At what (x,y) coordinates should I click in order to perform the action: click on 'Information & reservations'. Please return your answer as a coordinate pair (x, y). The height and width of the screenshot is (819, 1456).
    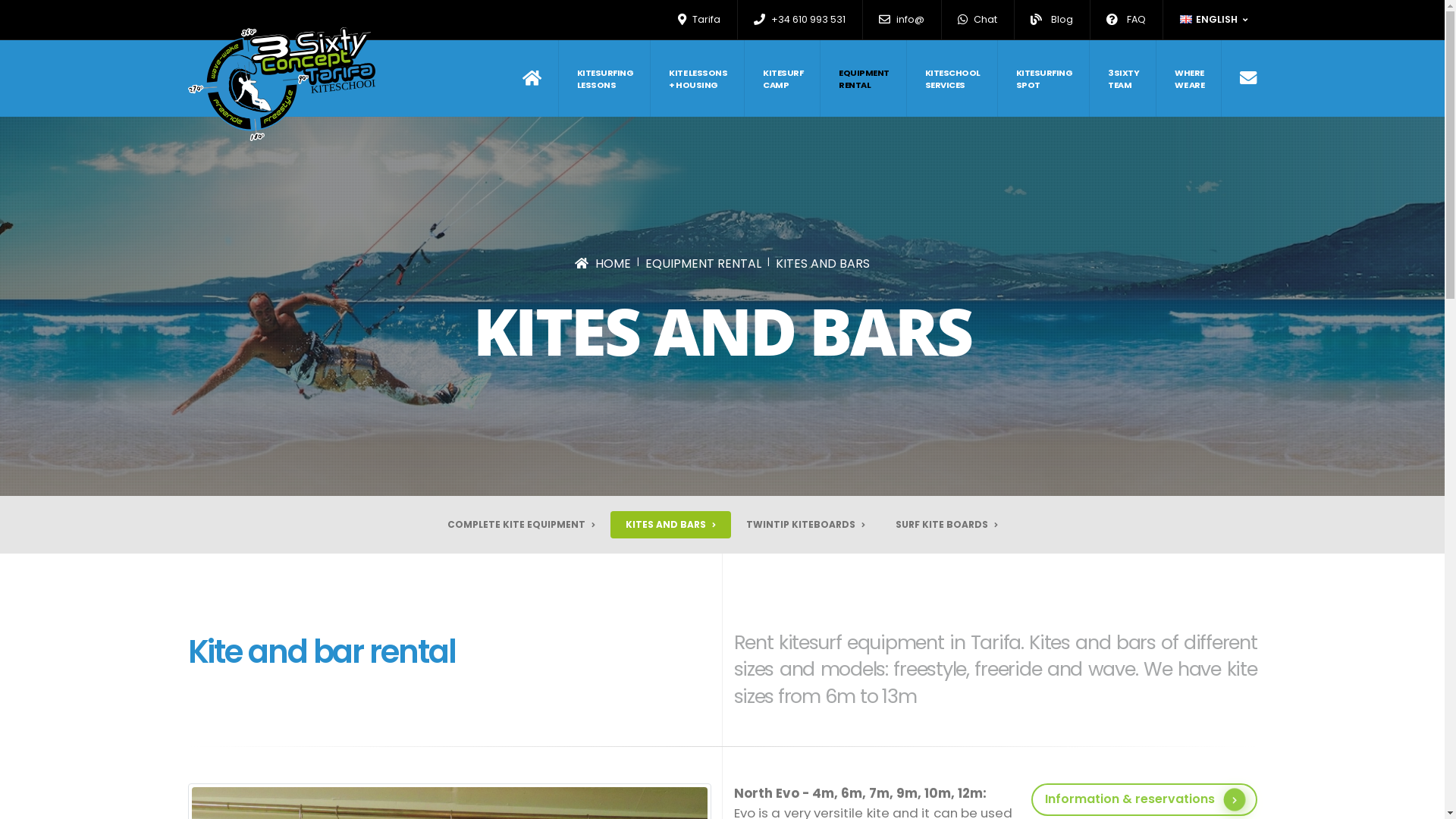
    Looking at the image, I should click on (1144, 799).